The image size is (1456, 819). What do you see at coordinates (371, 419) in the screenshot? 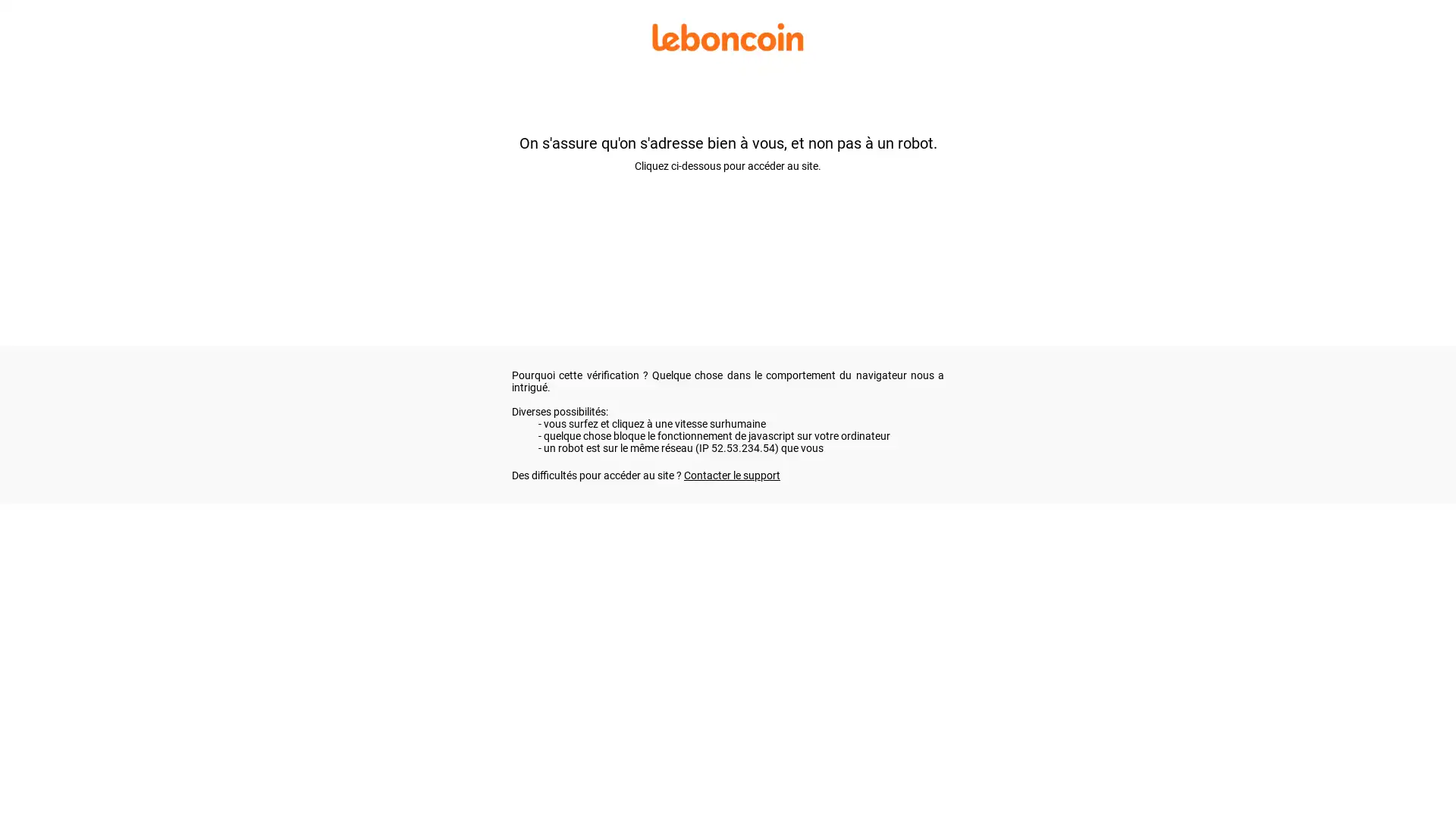
I see `Precedent` at bounding box center [371, 419].